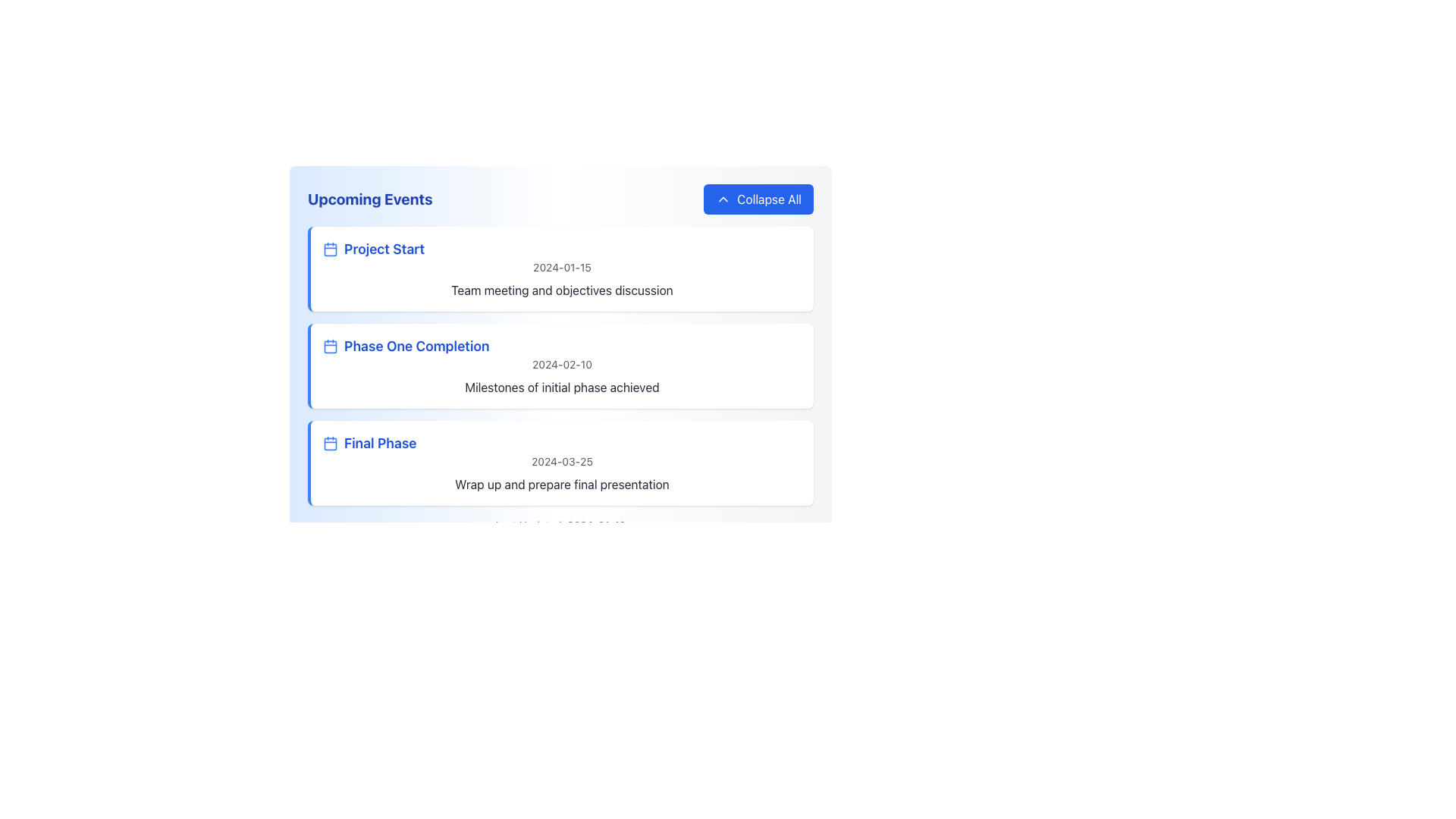  What do you see at coordinates (560, 366) in the screenshot?
I see `the second informational card in the 'Upcoming Events' list, which displays details about a specific event milestone` at bounding box center [560, 366].